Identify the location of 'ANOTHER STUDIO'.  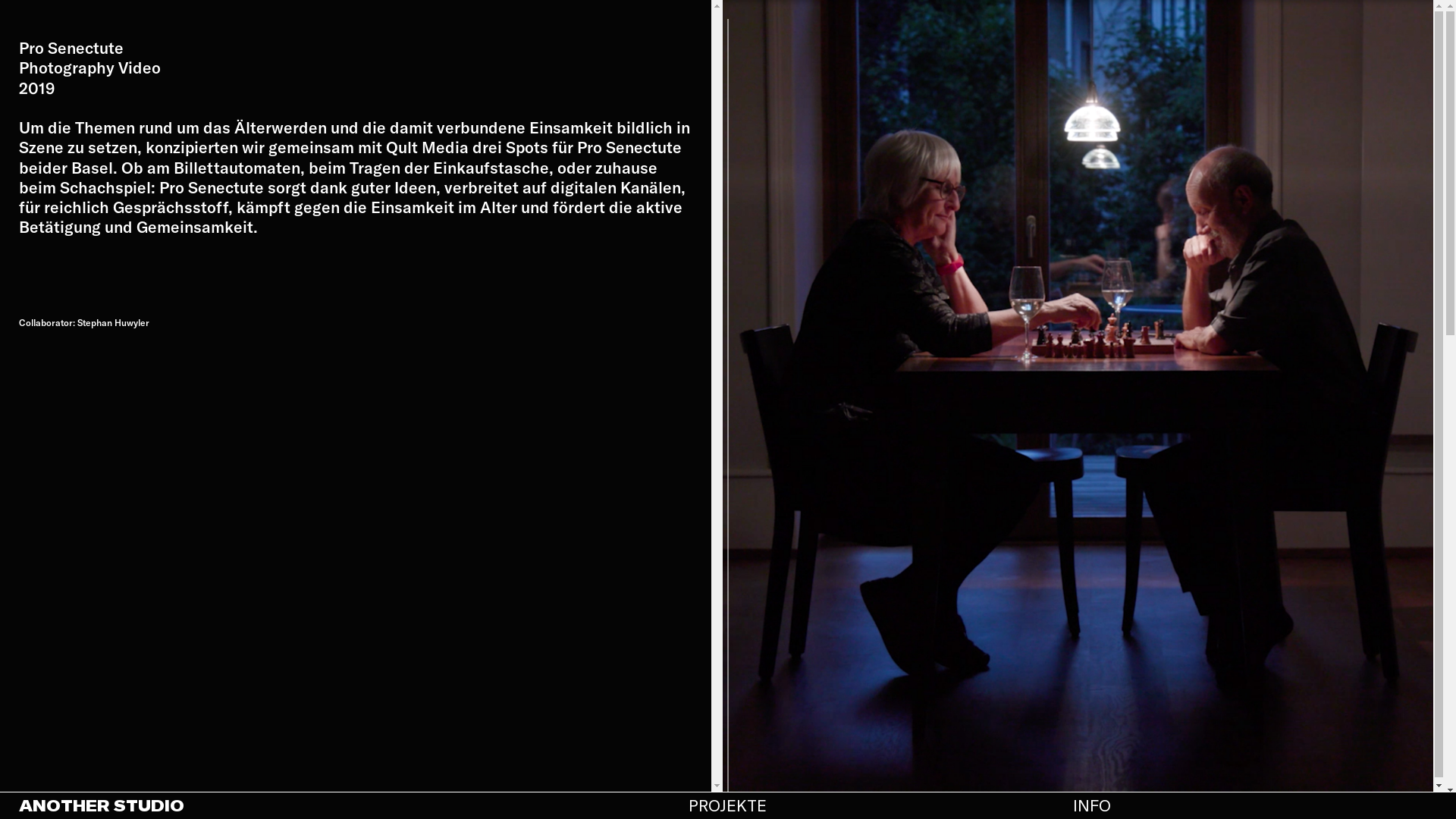
(18, 804).